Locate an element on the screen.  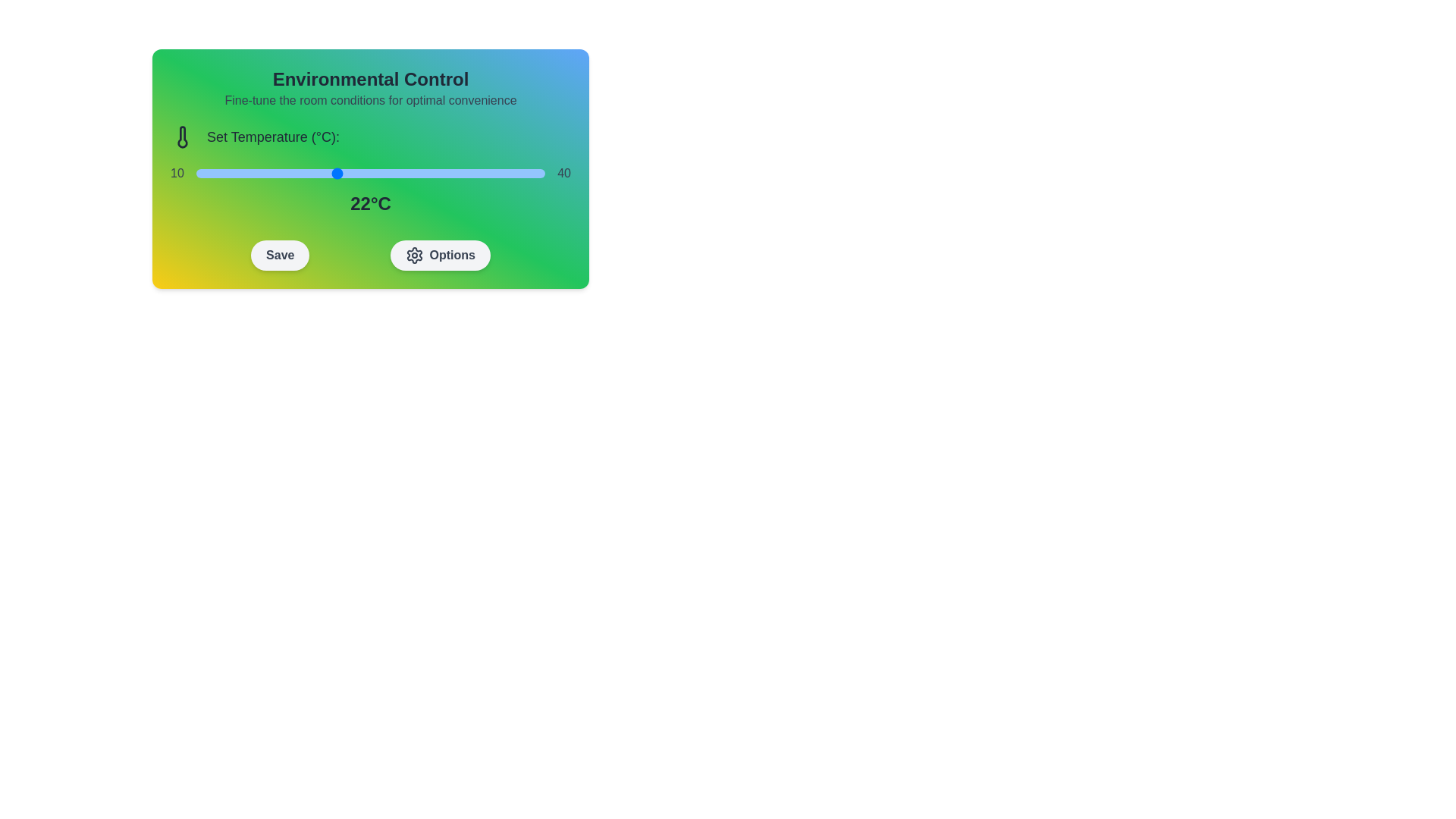
the 'Save' button, which is a rounded rectangular button with a light gray background and bold dark gray text, located at the bottom left of a card-like layout is located at coordinates (280, 254).